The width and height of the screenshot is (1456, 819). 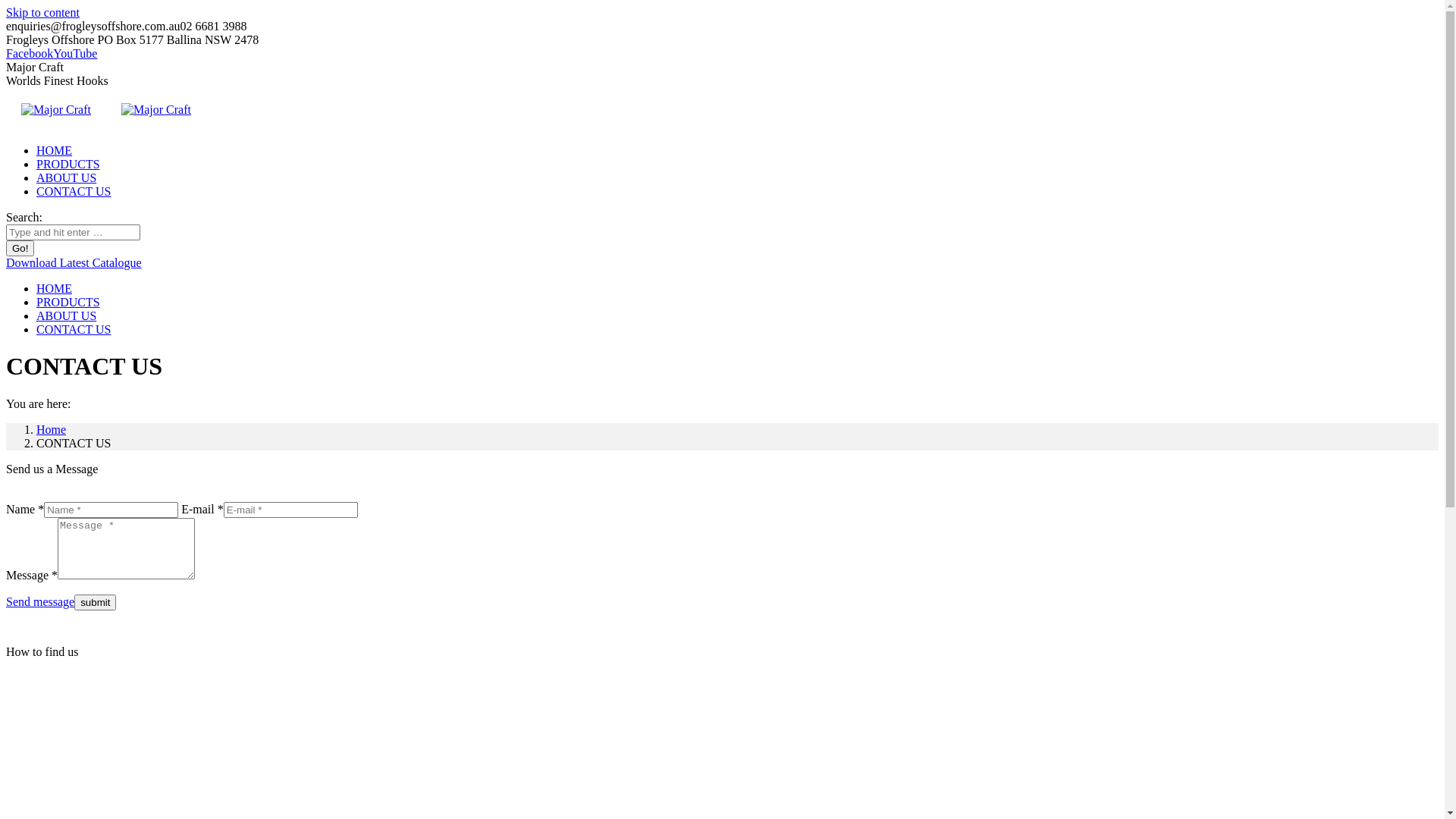 I want to click on 'CONTACT US', so click(x=36, y=190).